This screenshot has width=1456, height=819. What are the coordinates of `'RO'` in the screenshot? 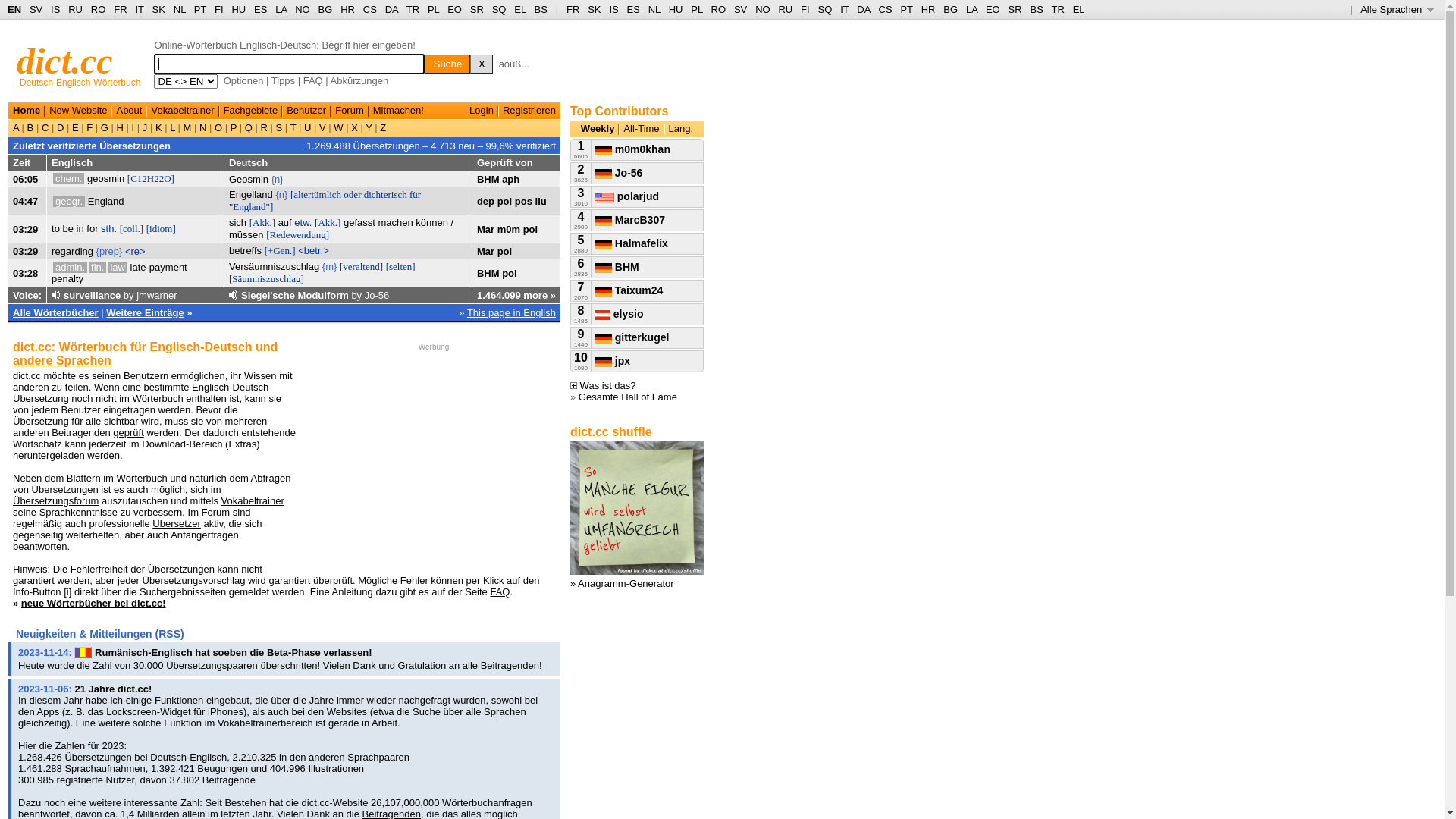 It's located at (718, 9).